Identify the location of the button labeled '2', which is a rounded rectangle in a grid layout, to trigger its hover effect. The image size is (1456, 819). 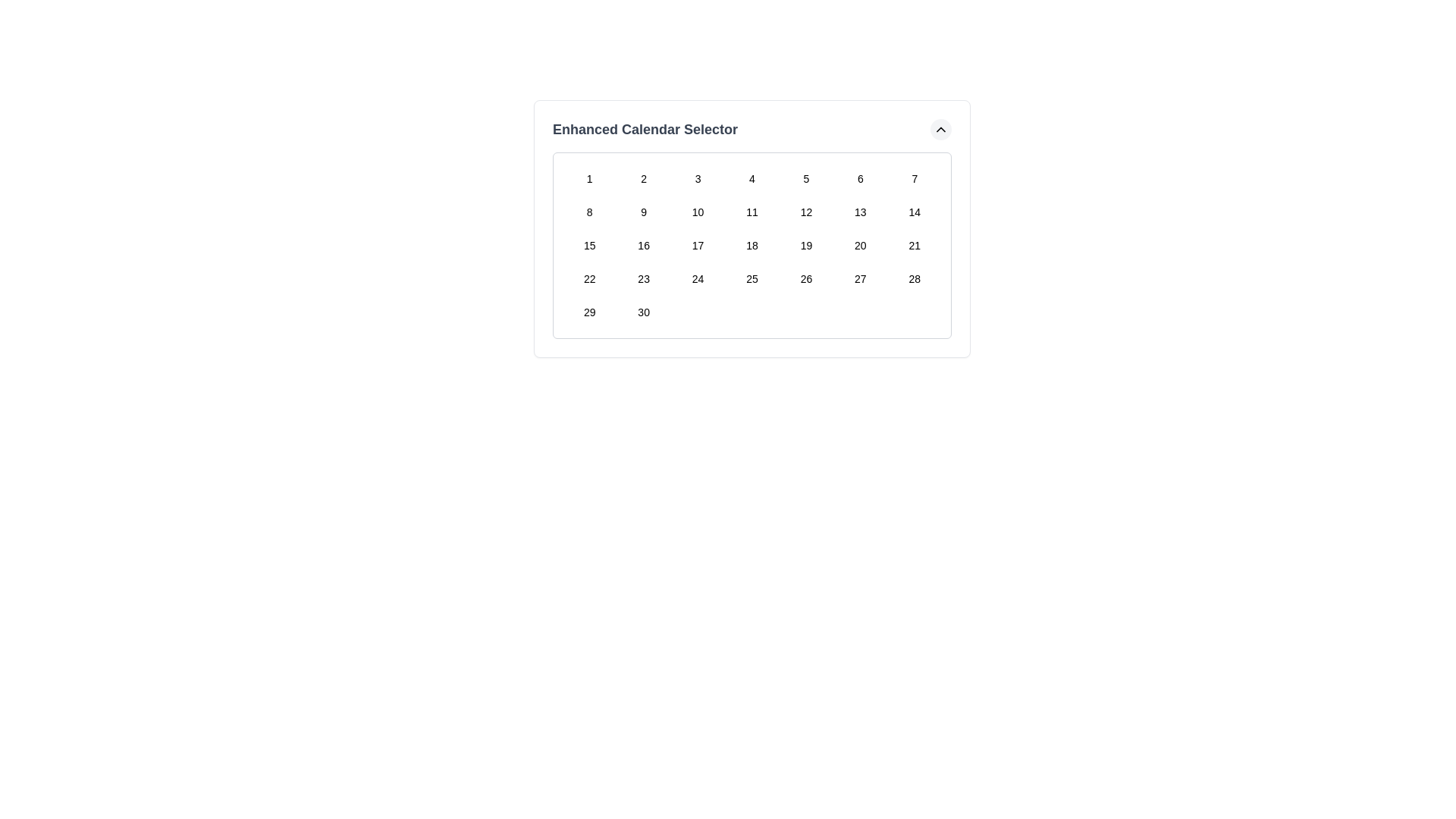
(644, 177).